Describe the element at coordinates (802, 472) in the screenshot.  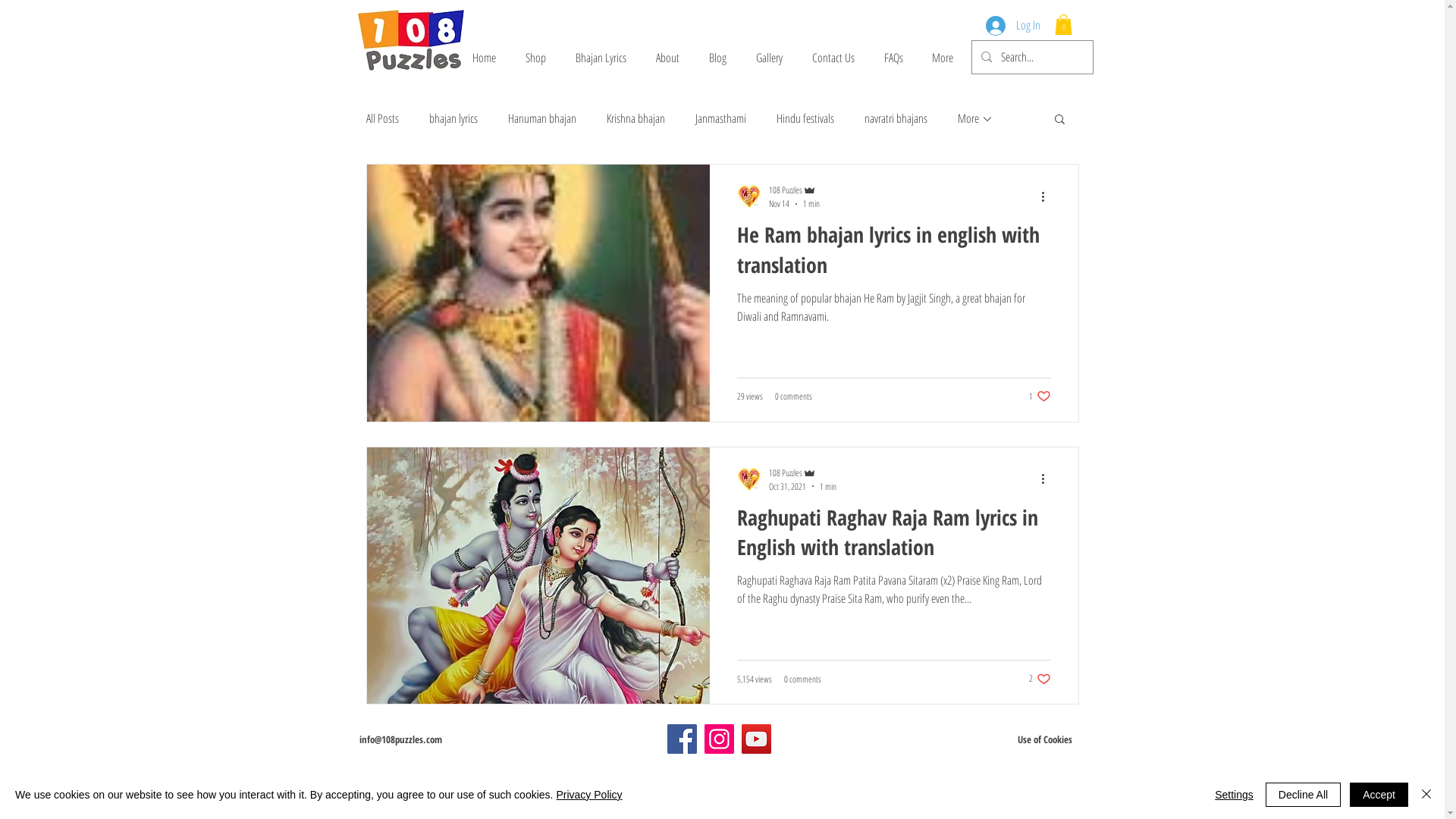
I see `'108 Puzzles'` at that location.